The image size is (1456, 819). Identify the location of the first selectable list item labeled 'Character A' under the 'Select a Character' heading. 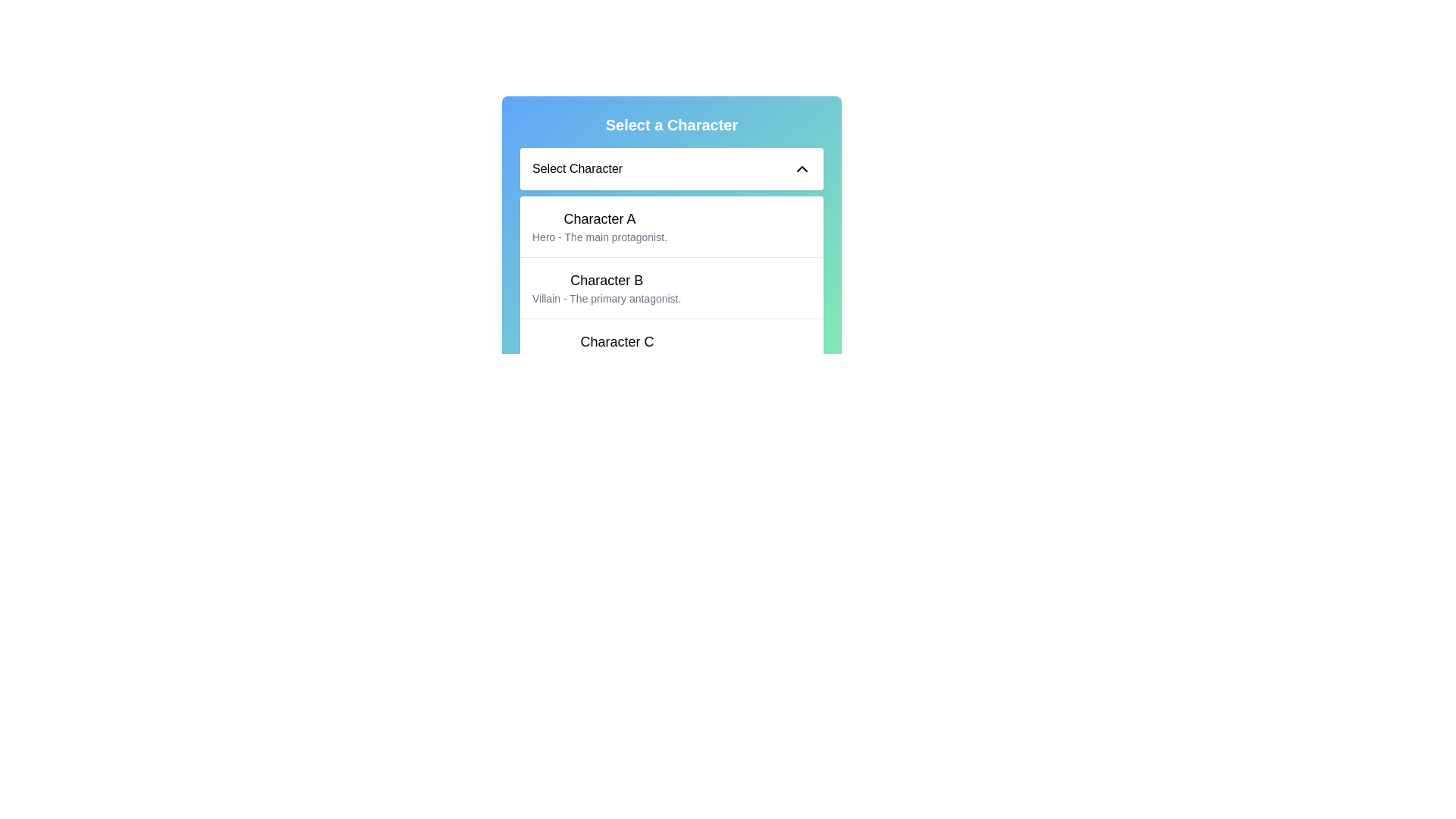
(599, 227).